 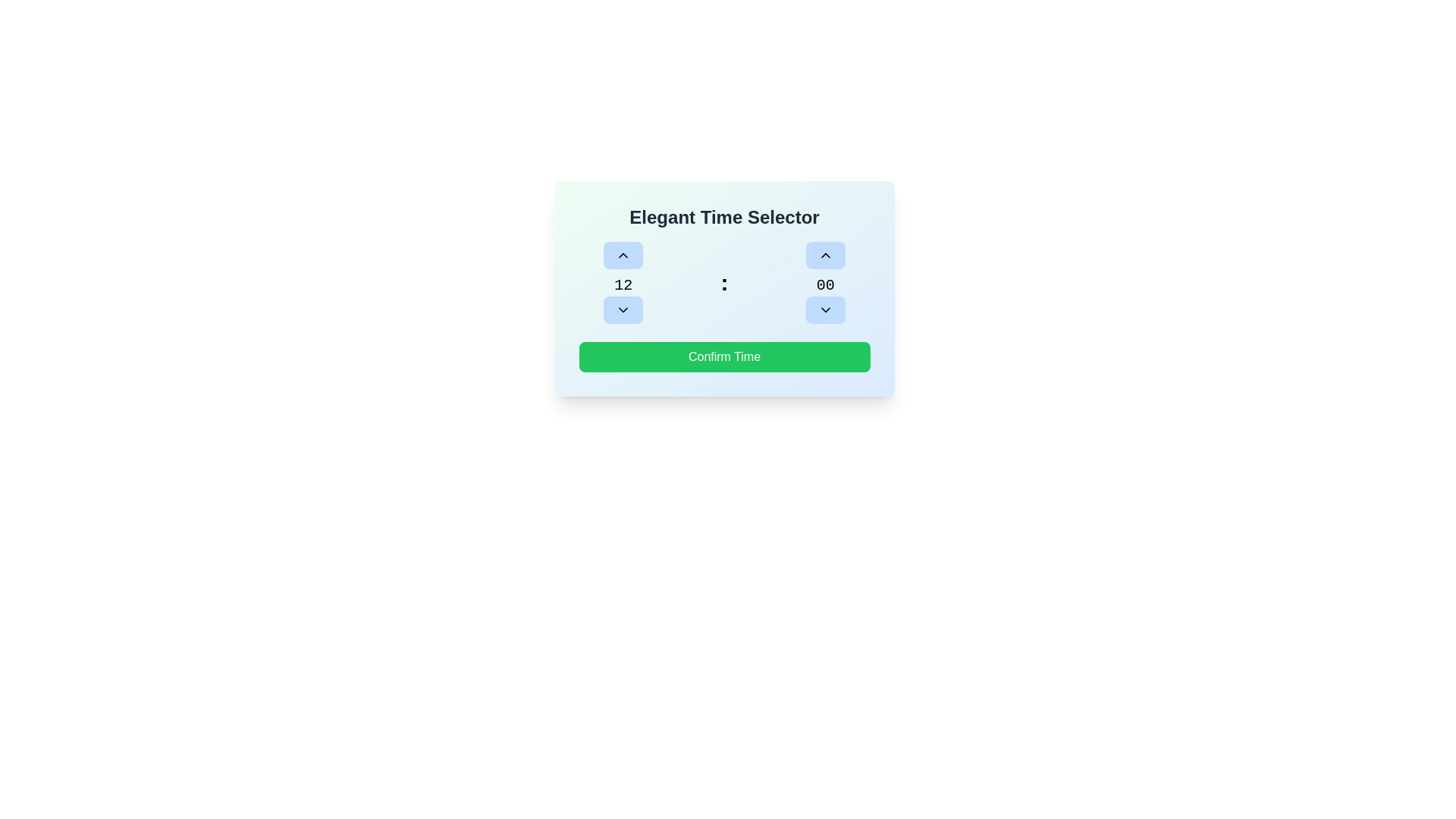 What do you see at coordinates (824, 283) in the screenshot?
I see `the time display element showing '00' in a monospaced font style, located in the center of the second column of the grid layout, between two chevron buttons` at bounding box center [824, 283].